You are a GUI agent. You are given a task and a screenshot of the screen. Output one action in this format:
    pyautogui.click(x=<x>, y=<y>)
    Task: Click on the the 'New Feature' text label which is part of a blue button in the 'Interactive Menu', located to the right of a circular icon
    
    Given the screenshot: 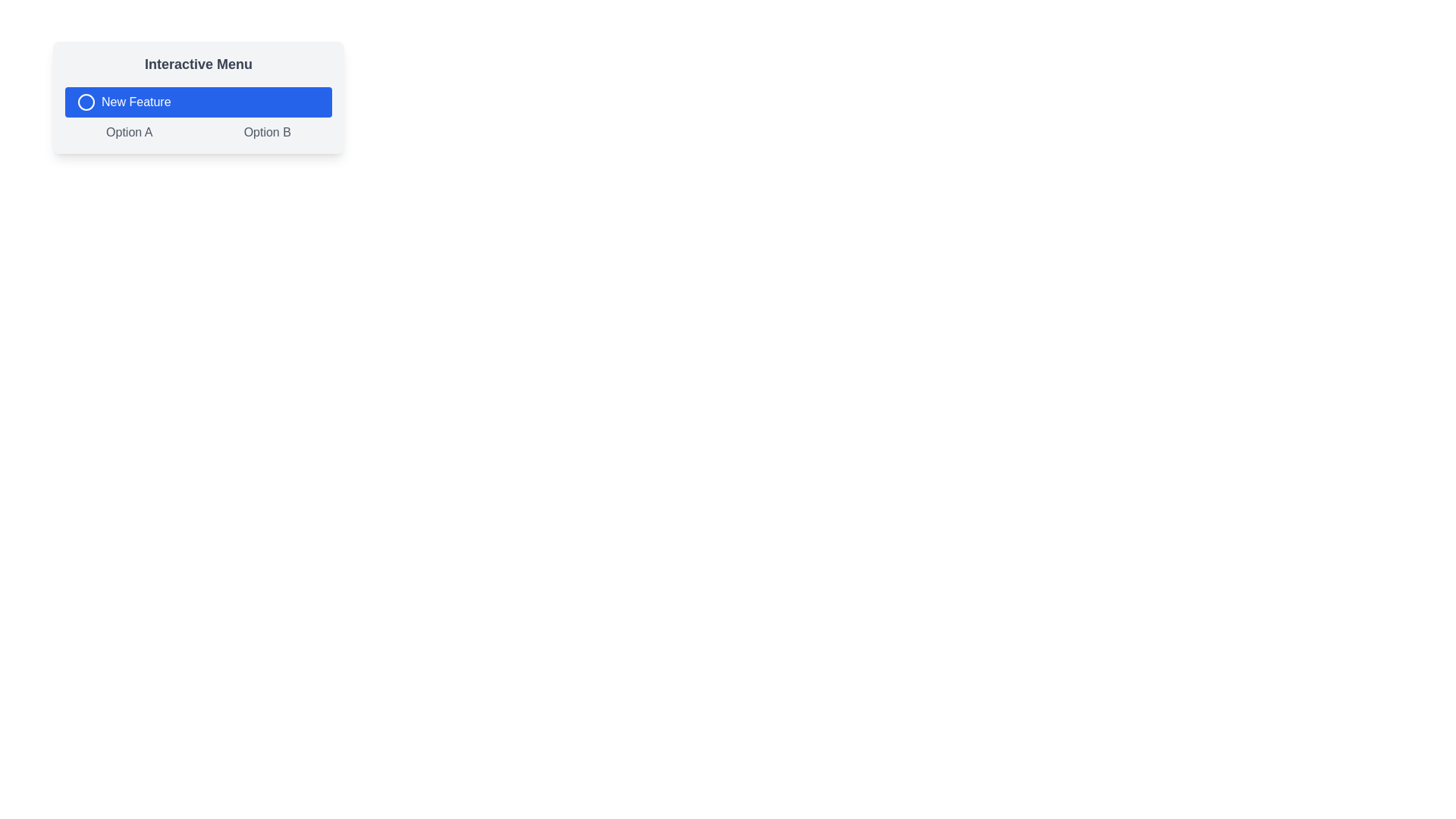 What is the action you would take?
    pyautogui.click(x=136, y=102)
    